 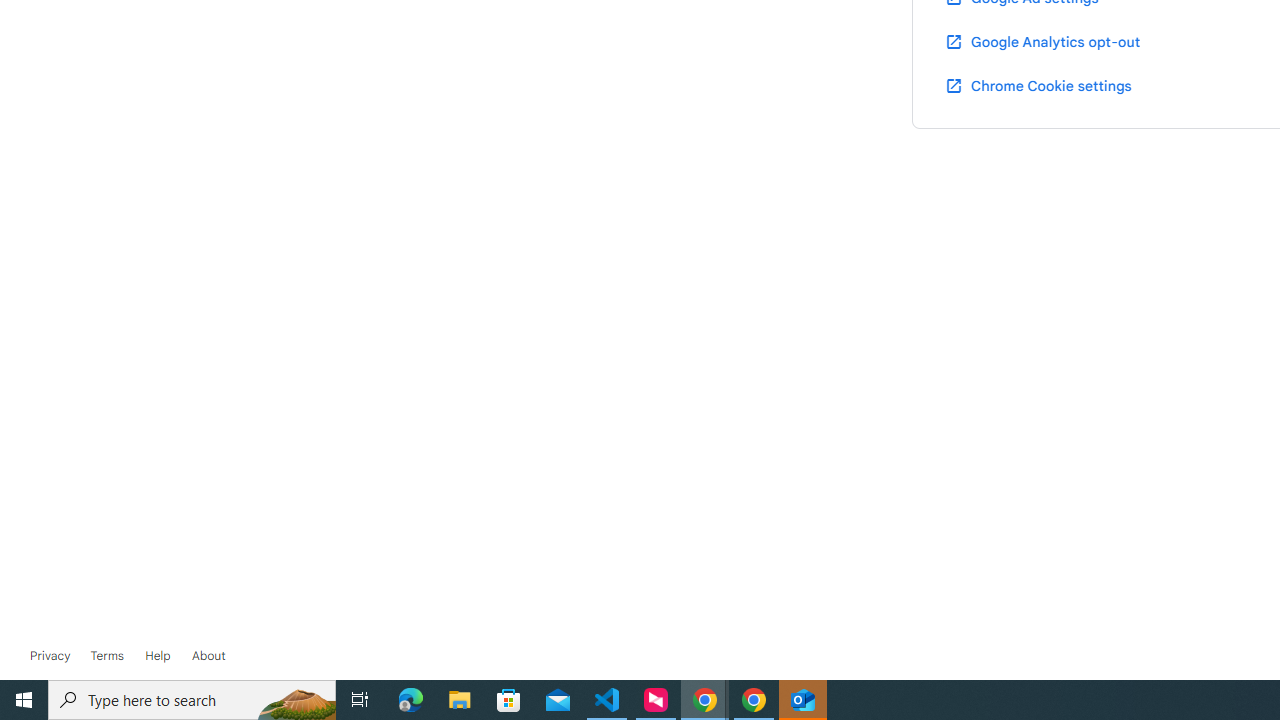 What do you see at coordinates (208, 655) in the screenshot?
I see `'Learn more about Google Account'` at bounding box center [208, 655].